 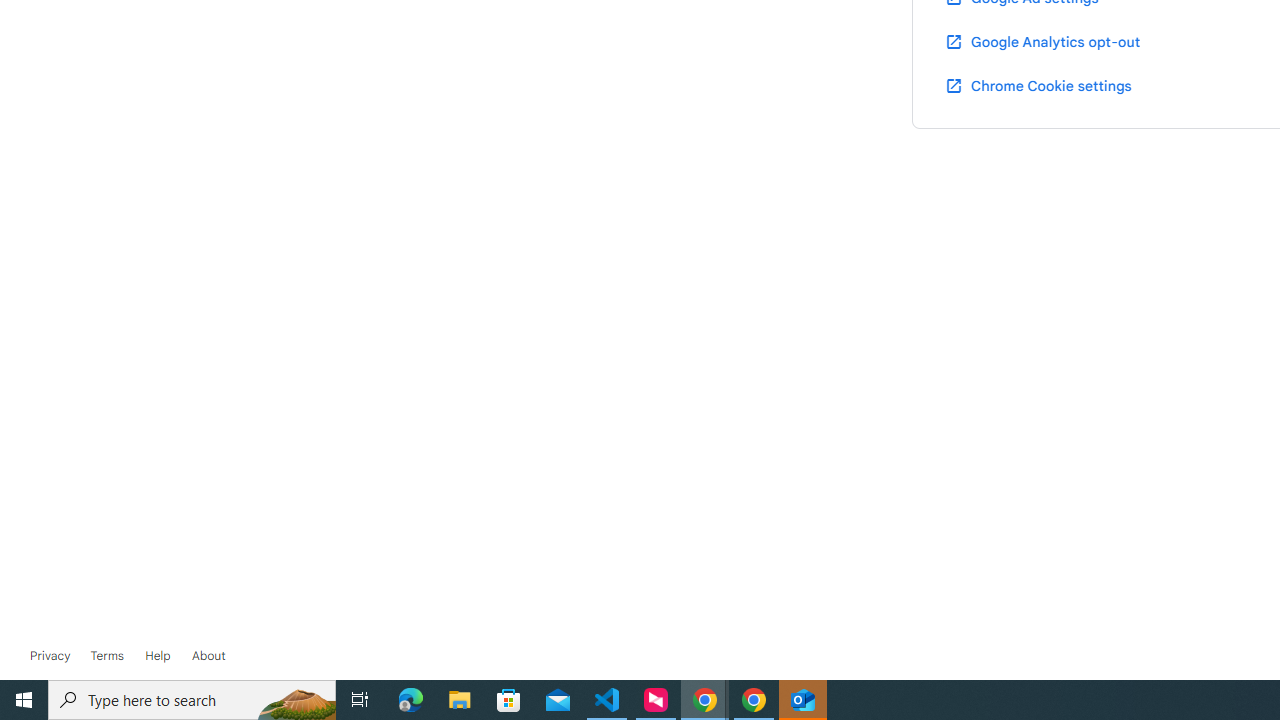 What do you see at coordinates (208, 655) in the screenshot?
I see `'Learn more about Google Account'` at bounding box center [208, 655].